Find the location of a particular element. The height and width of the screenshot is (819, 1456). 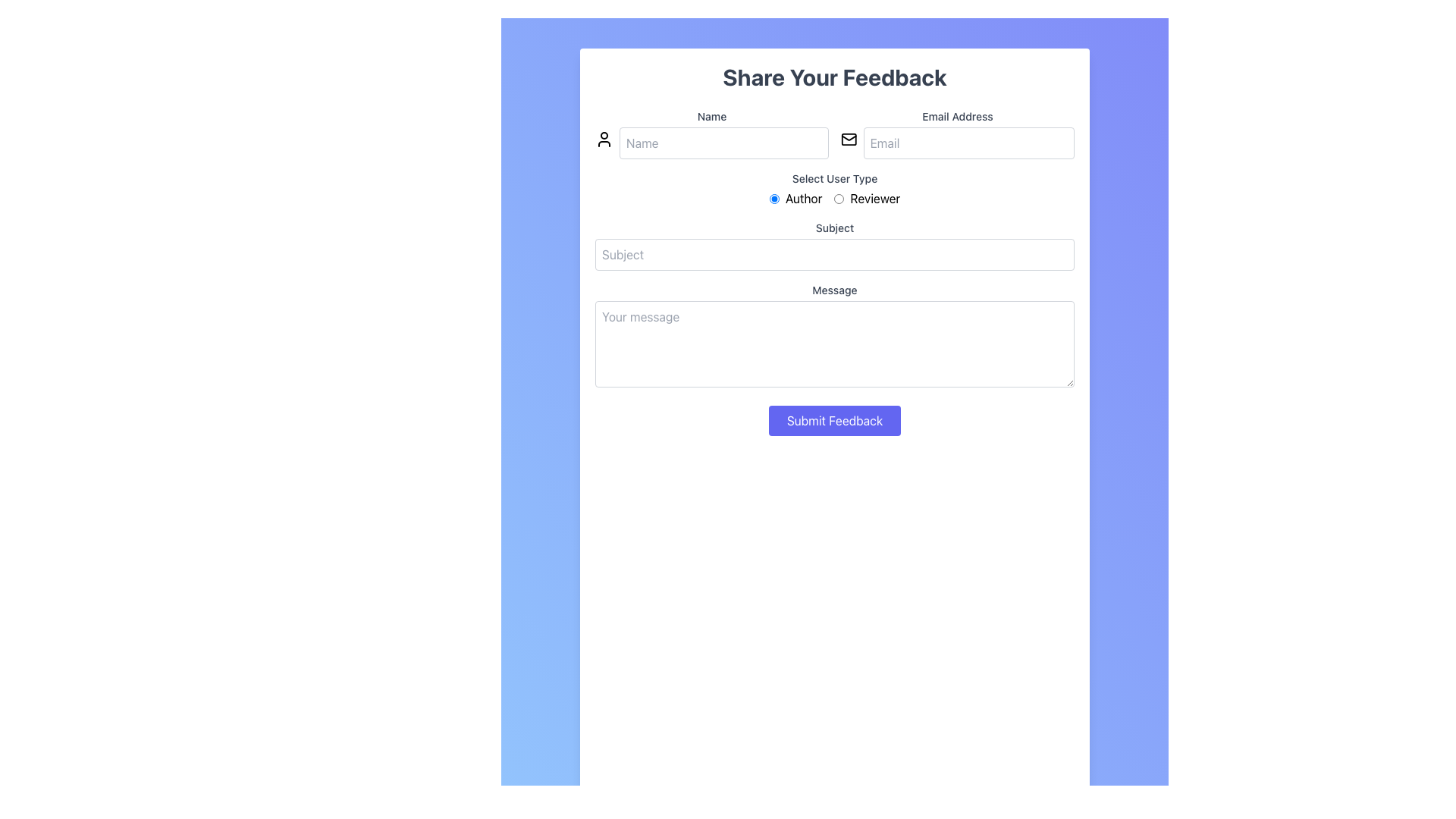

the highlighted text into the multiline Text Input Area located below the 'Subject' input field and above the 'Submit Feedback' button is located at coordinates (833, 344).